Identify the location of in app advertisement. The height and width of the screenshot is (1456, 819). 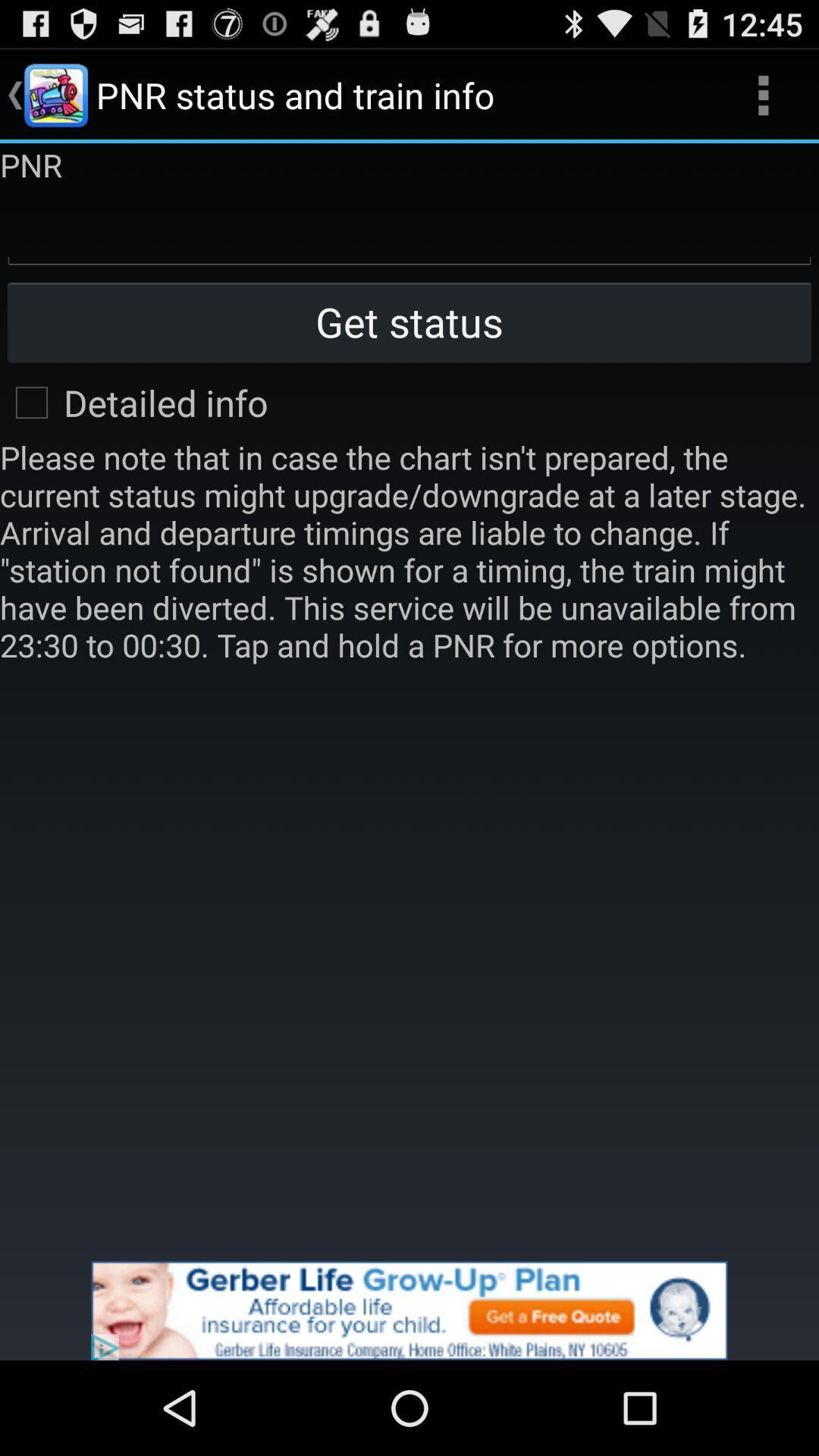
(409, 1310).